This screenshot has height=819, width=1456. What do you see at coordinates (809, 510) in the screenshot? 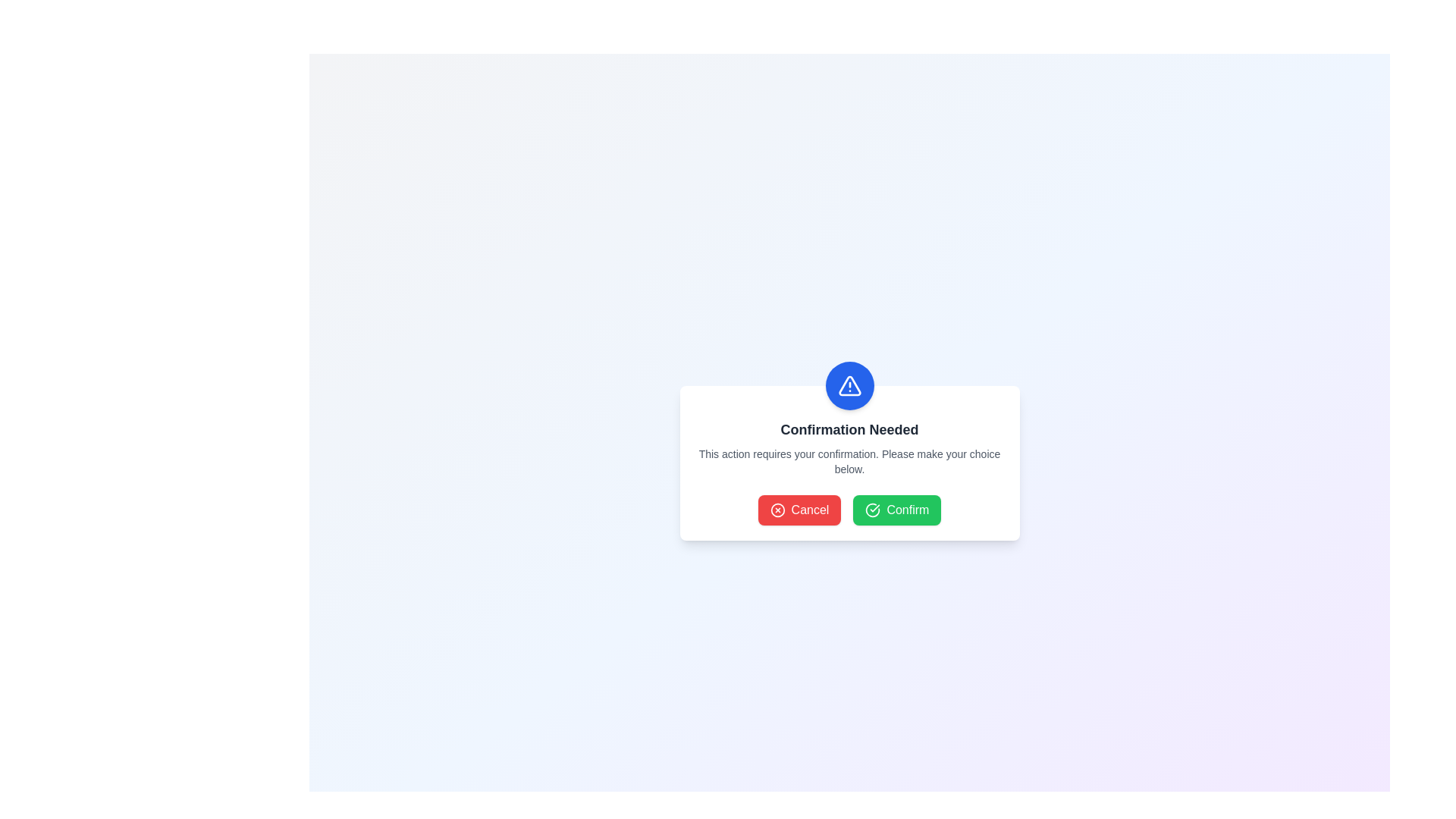
I see `the red 'Cancel' text label on the confirmation dialog` at bounding box center [809, 510].